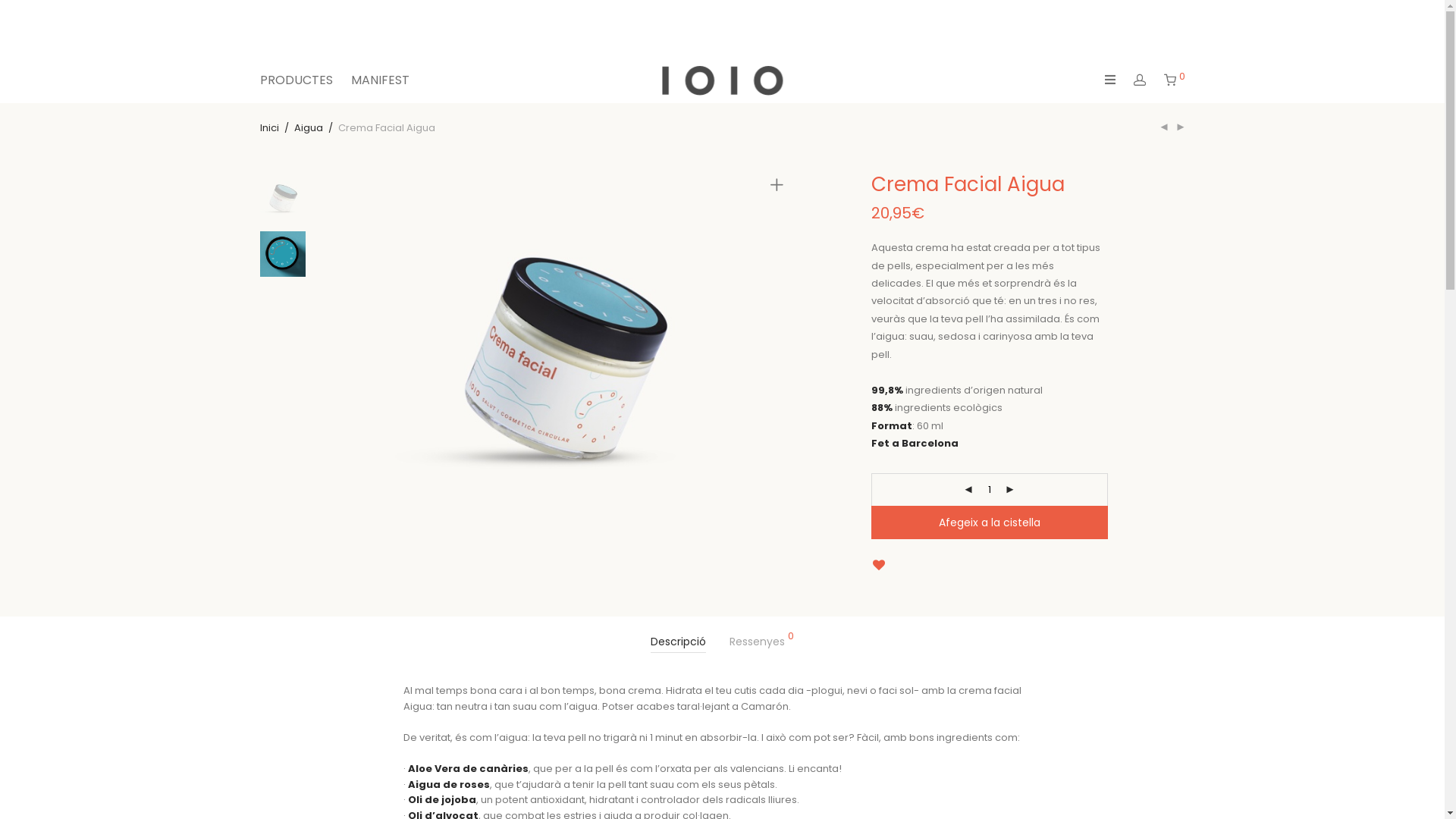 Image resolution: width=1456 pixels, height=819 pixels. Describe the element at coordinates (871, 565) in the screenshot. I see `'Add to Wishlist'` at that location.